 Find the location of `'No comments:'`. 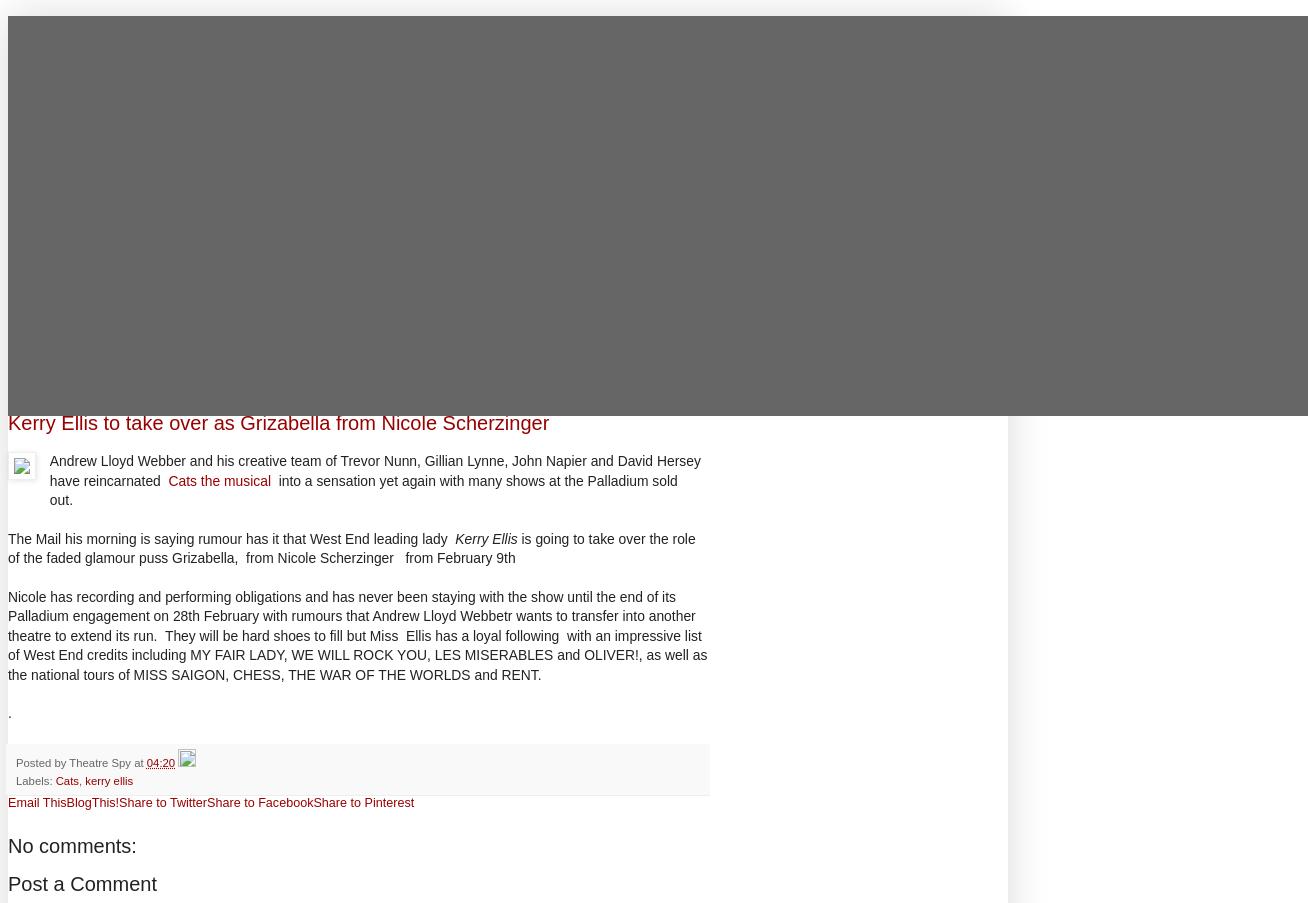

'No comments:' is located at coordinates (71, 846).